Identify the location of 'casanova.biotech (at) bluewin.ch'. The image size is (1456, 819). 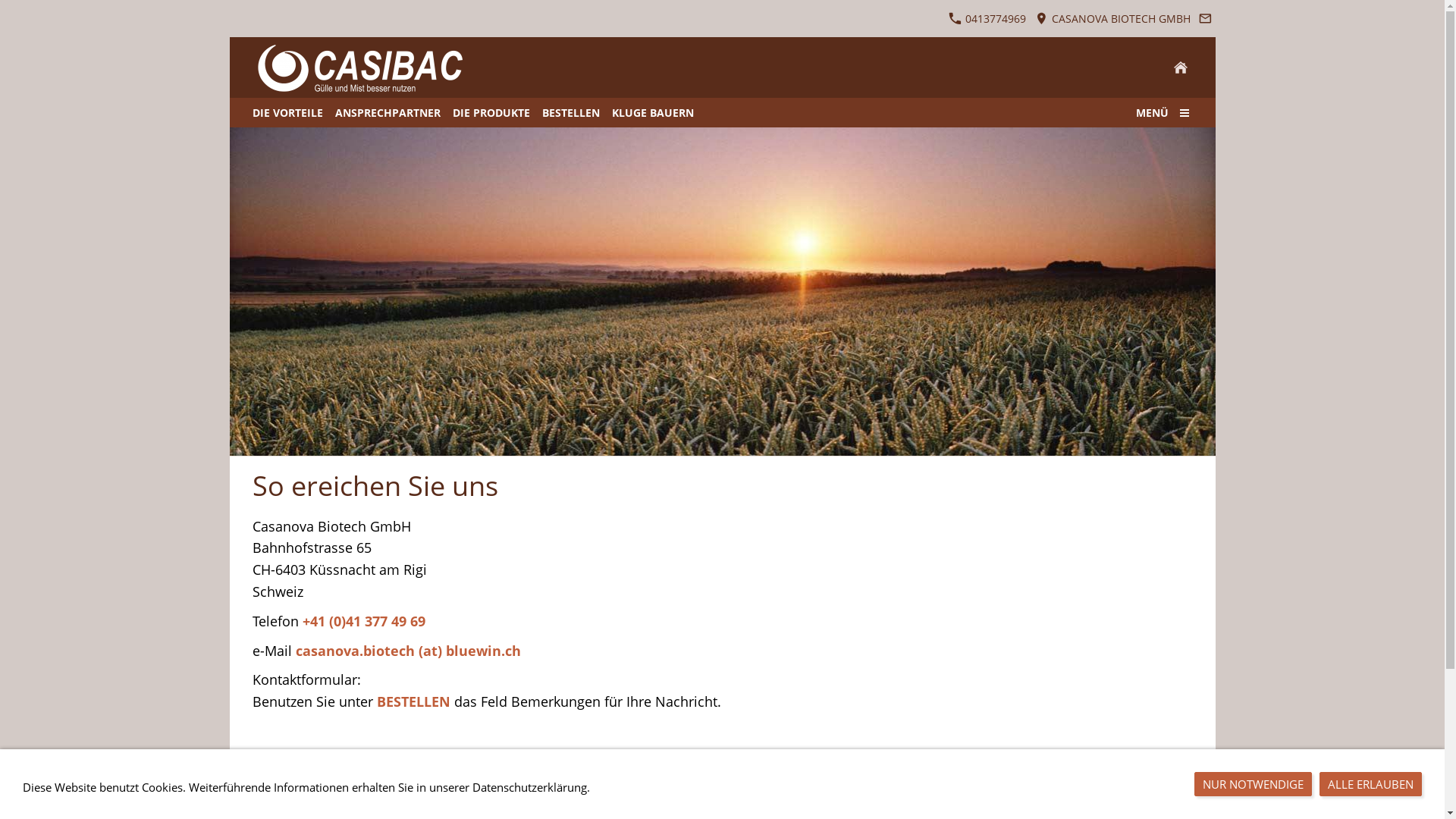
(408, 651).